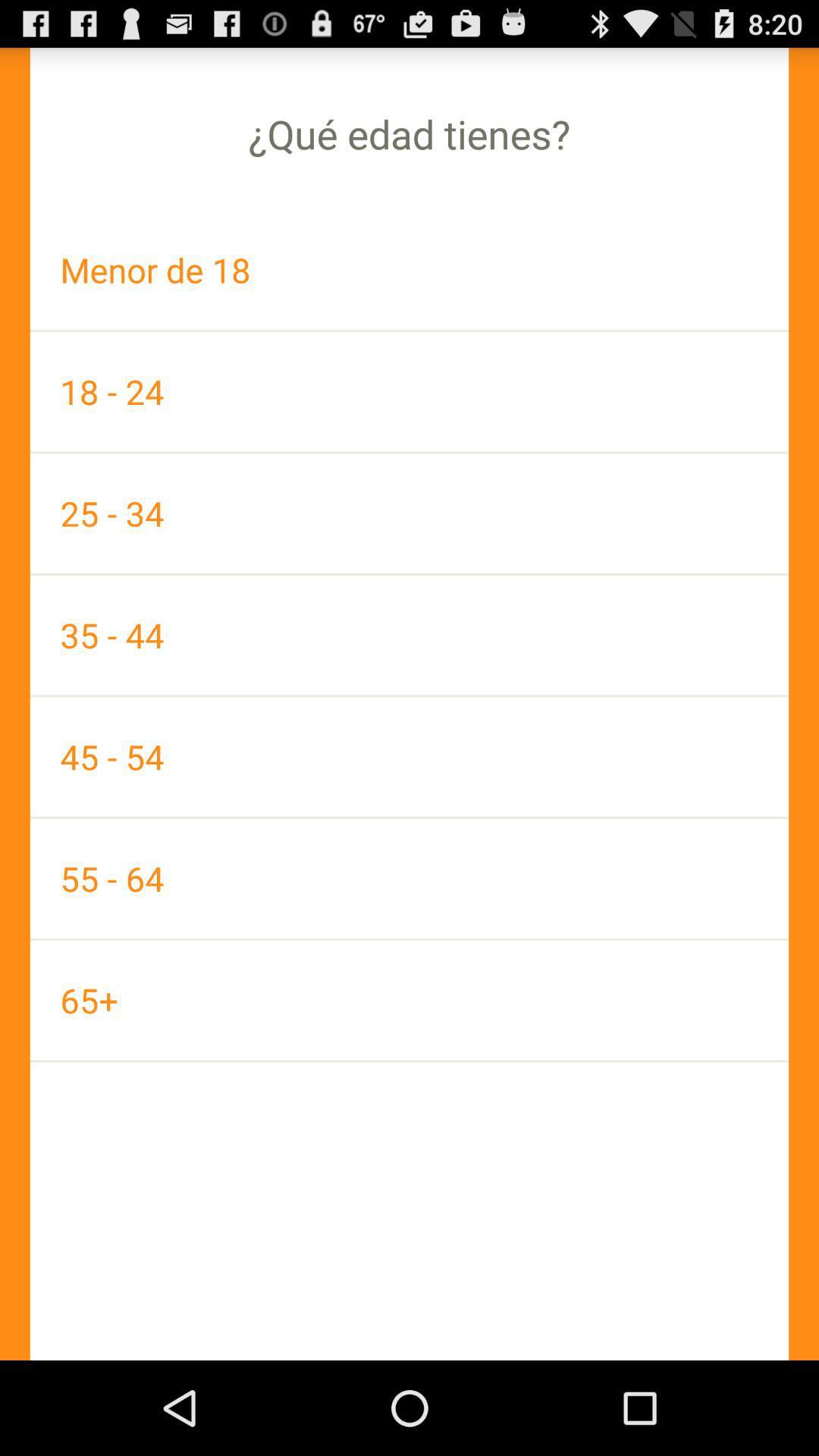 Image resolution: width=819 pixels, height=1456 pixels. I want to click on the app at the bottom, so click(409, 1000).